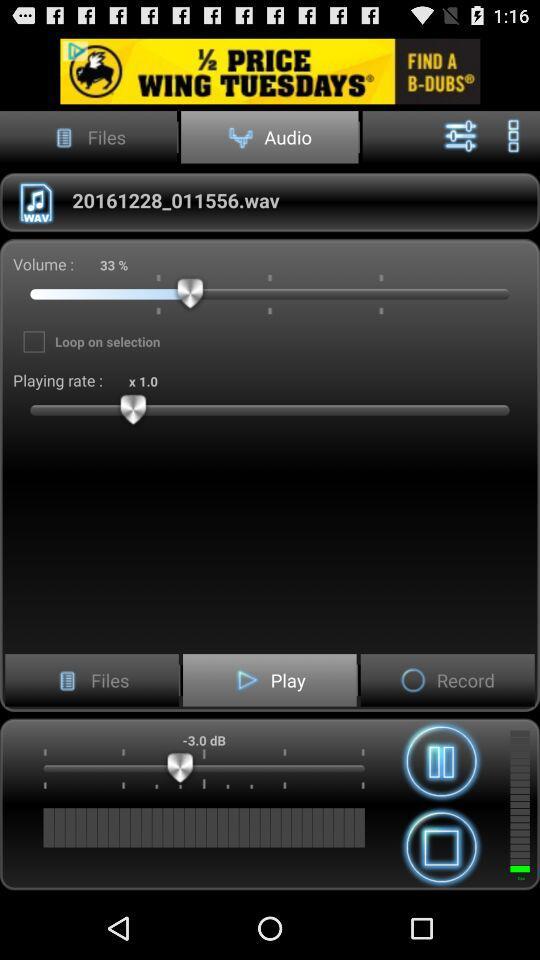  Describe the element at coordinates (270, 71) in the screenshot. I see `open advertisement` at that location.